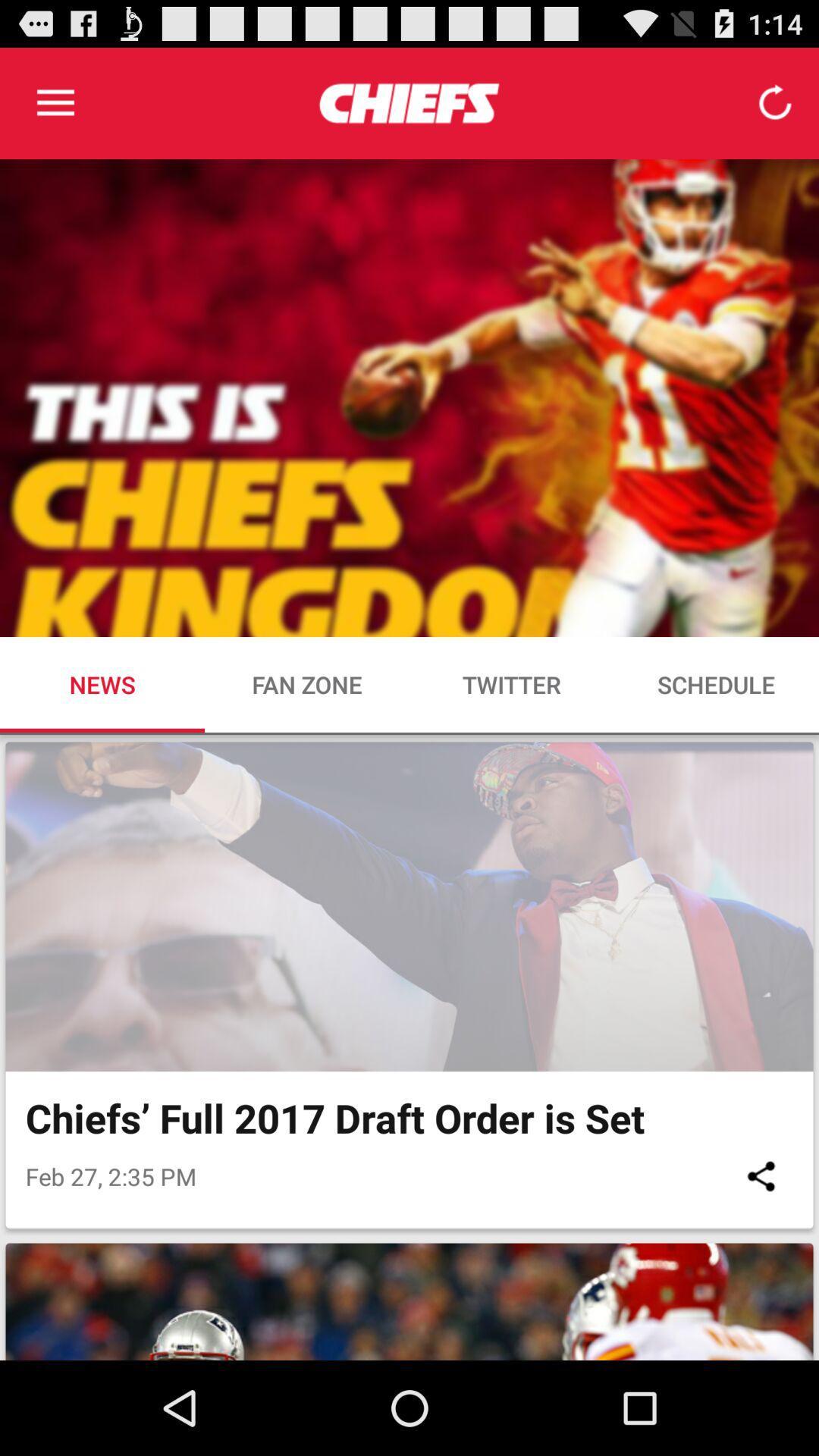  Describe the element at coordinates (761, 1175) in the screenshot. I see `the icon at the bottom right corner` at that location.